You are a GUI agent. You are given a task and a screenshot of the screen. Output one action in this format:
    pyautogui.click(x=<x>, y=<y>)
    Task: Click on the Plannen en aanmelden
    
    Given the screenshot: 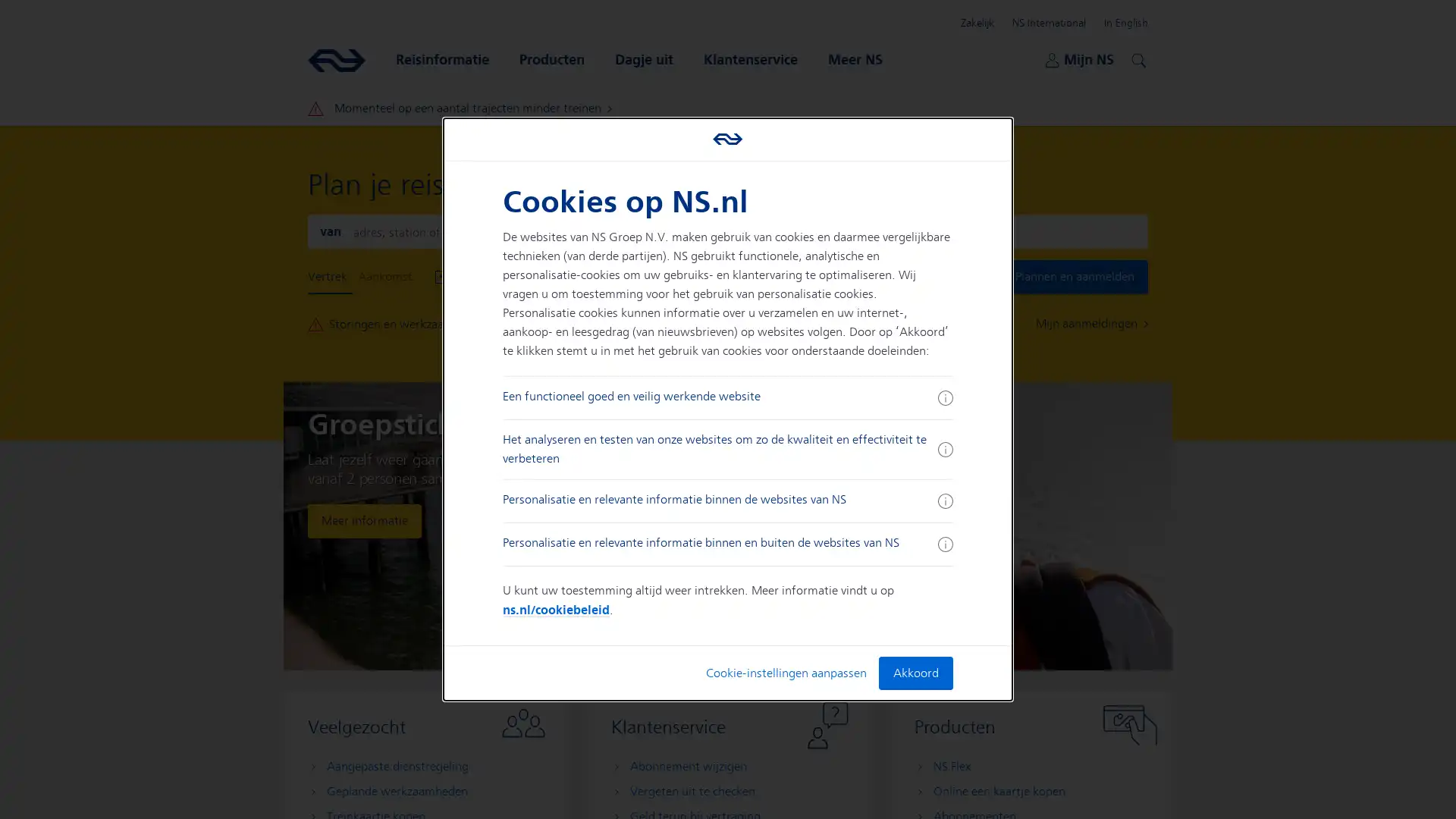 What is the action you would take?
    pyautogui.click(x=1074, y=277)
    